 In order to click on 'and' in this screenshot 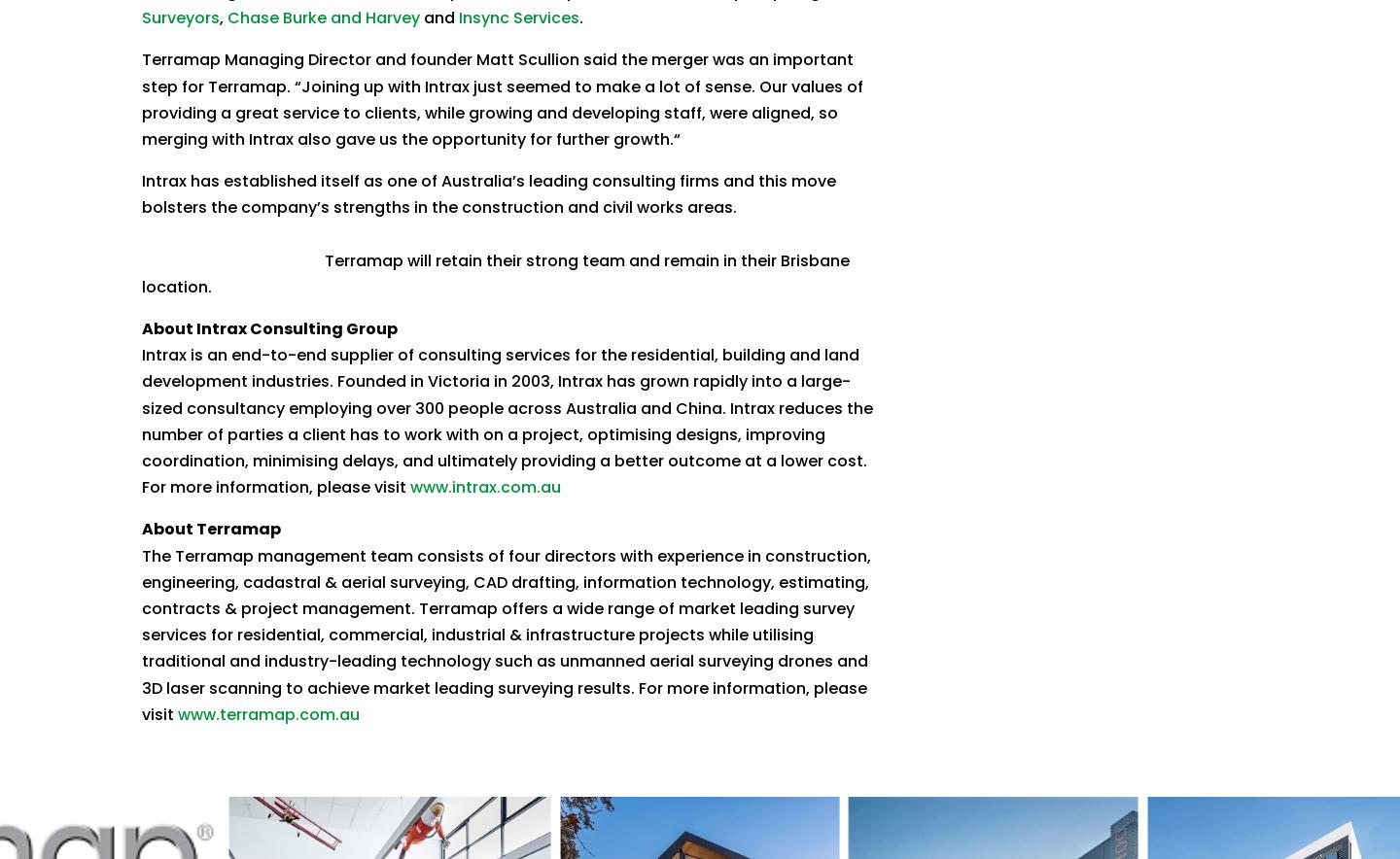, I will do `click(438, 17)`.